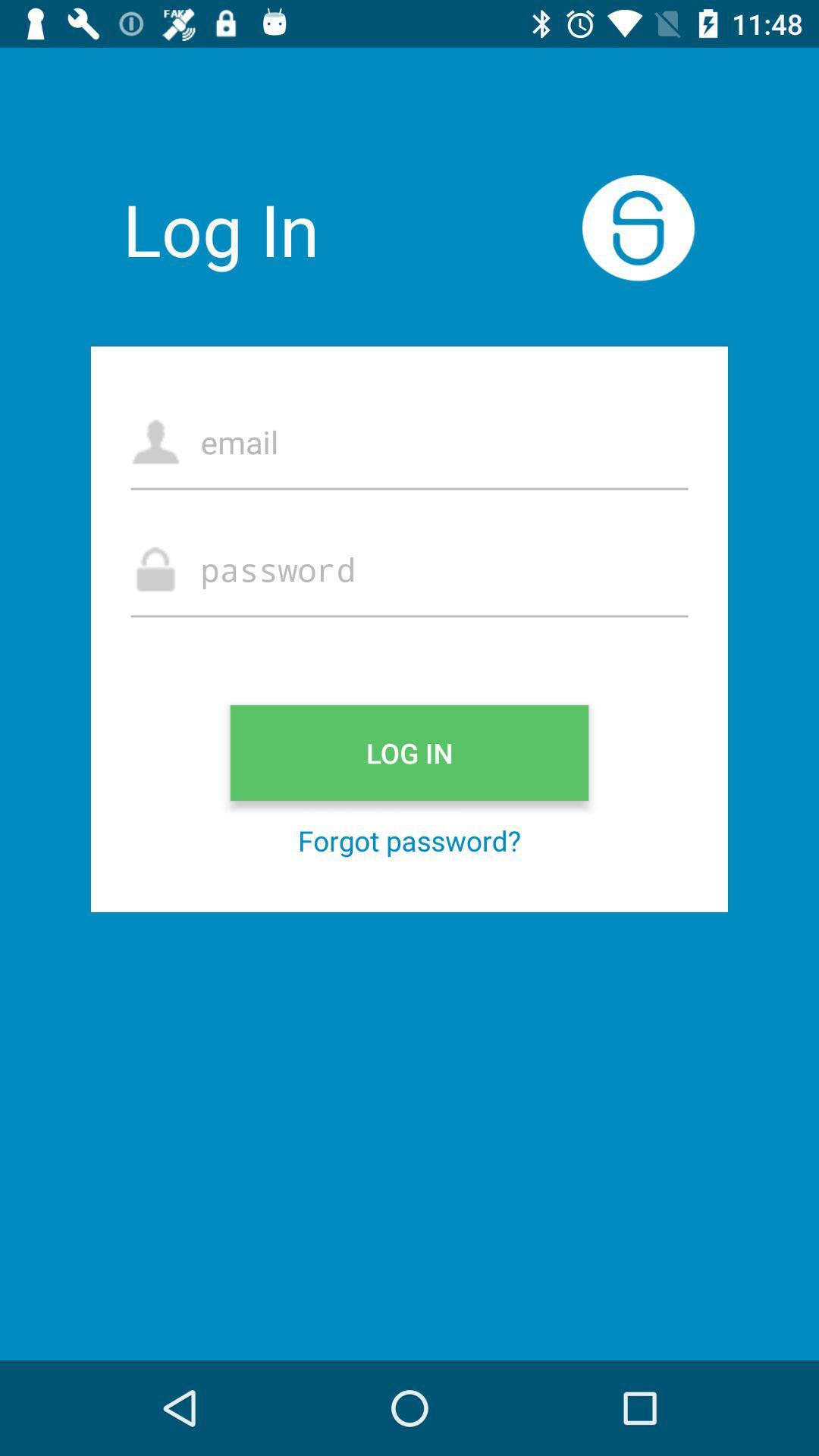  What do you see at coordinates (409, 441) in the screenshot?
I see `email` at bounding box center [409, 441].